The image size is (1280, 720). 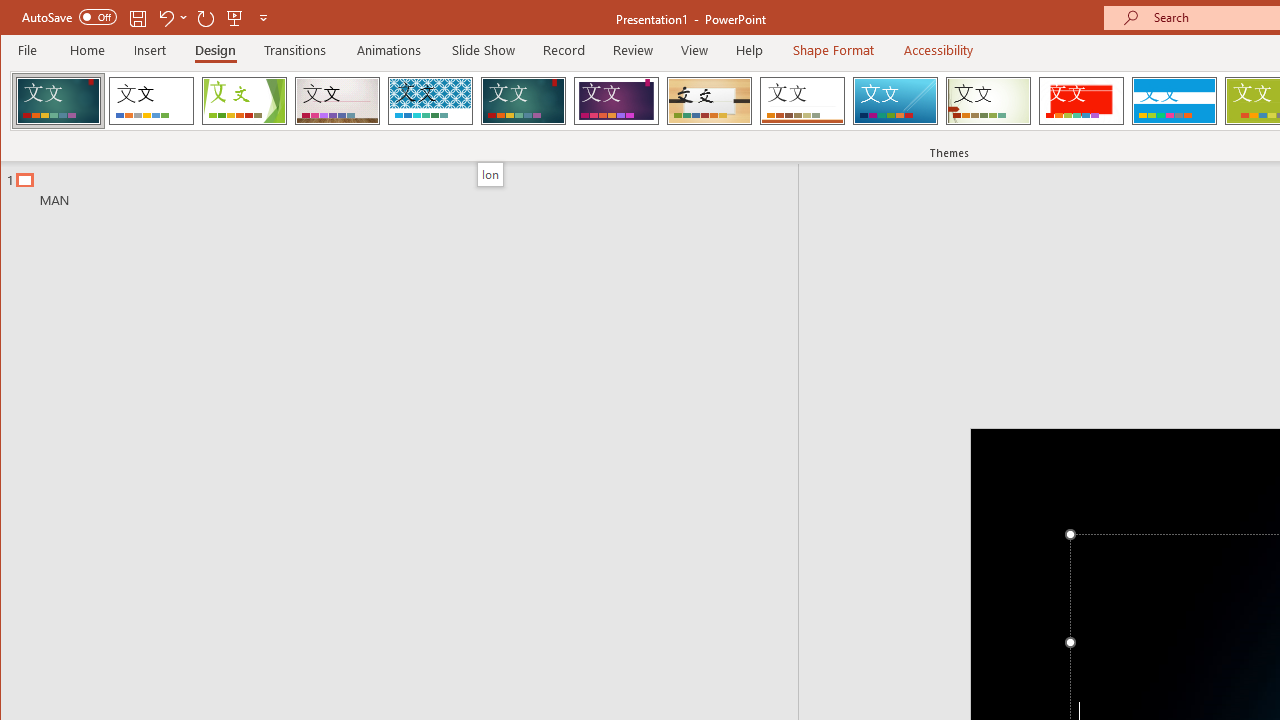 I want to click on 'Ion', so click(x=490, y=173).